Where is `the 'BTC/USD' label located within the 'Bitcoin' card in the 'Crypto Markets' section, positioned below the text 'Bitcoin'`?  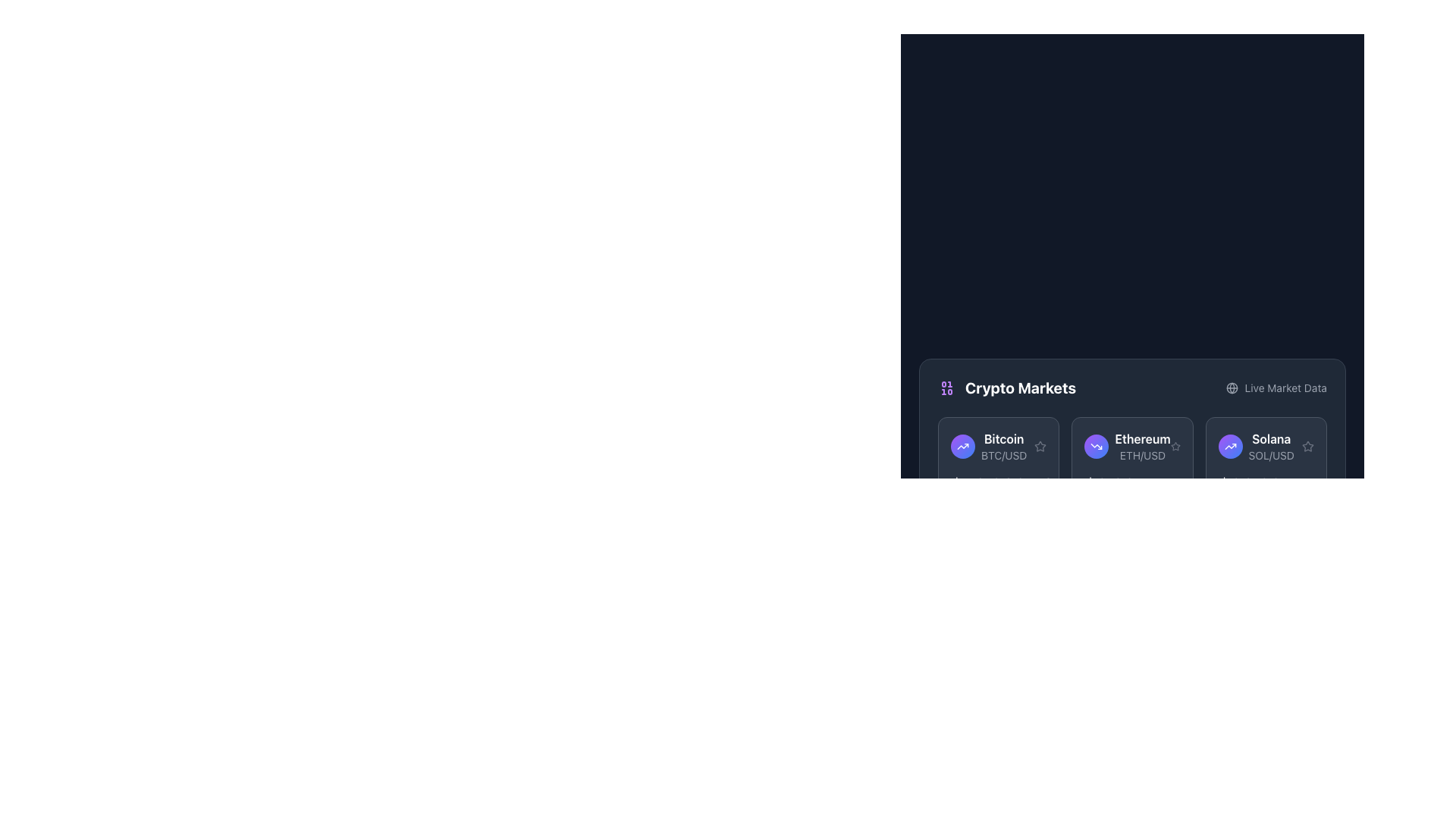
the 'BTC/USD' label located within the 'Bitcoin' card in the 'Crypto Markets' section, positioned below the text 'Bitcoin' is located at coordinates (1004, 455).